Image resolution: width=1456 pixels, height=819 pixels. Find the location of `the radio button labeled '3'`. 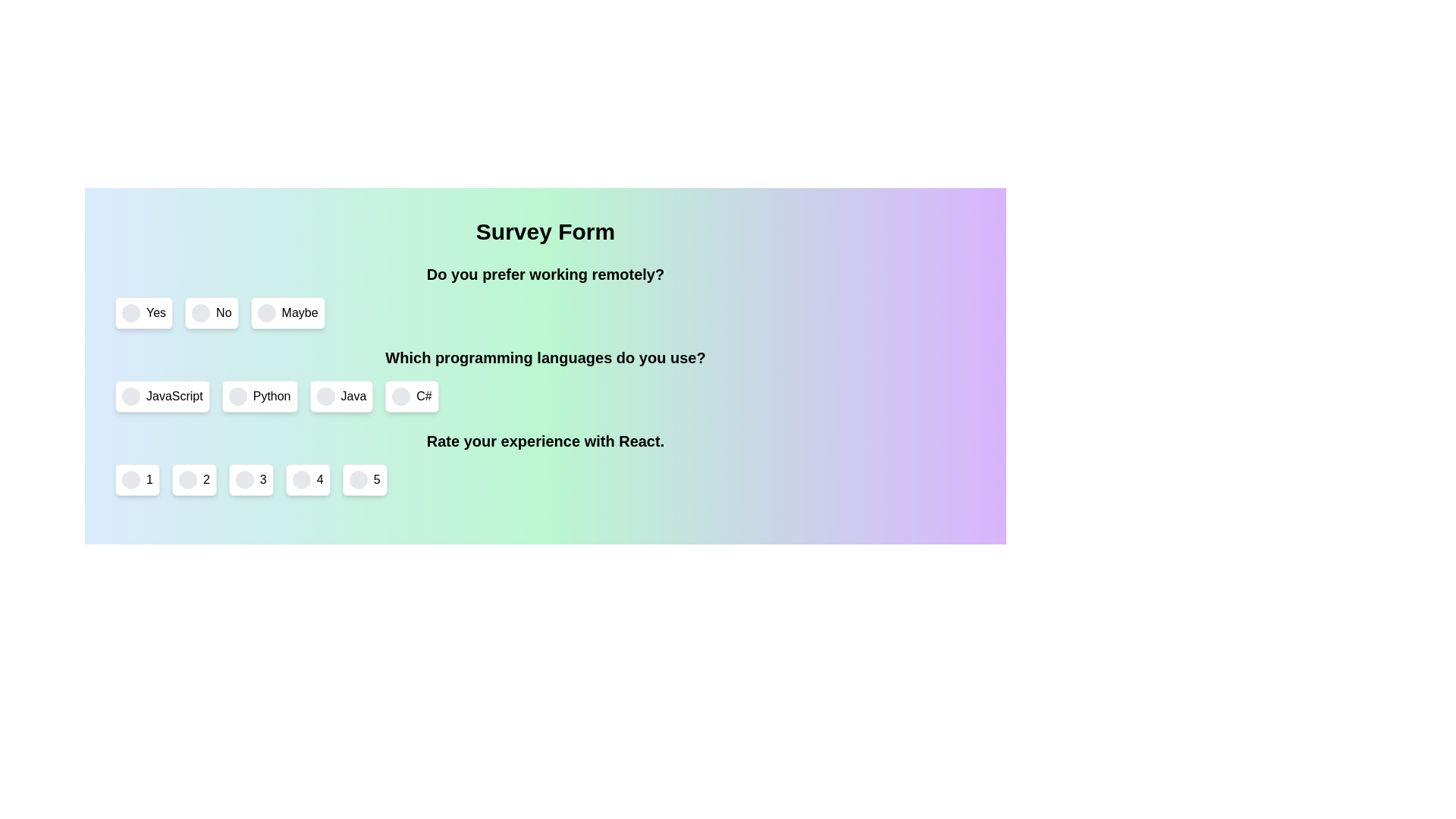

the radio button labeled '3' is located at coordinates (251, 479).